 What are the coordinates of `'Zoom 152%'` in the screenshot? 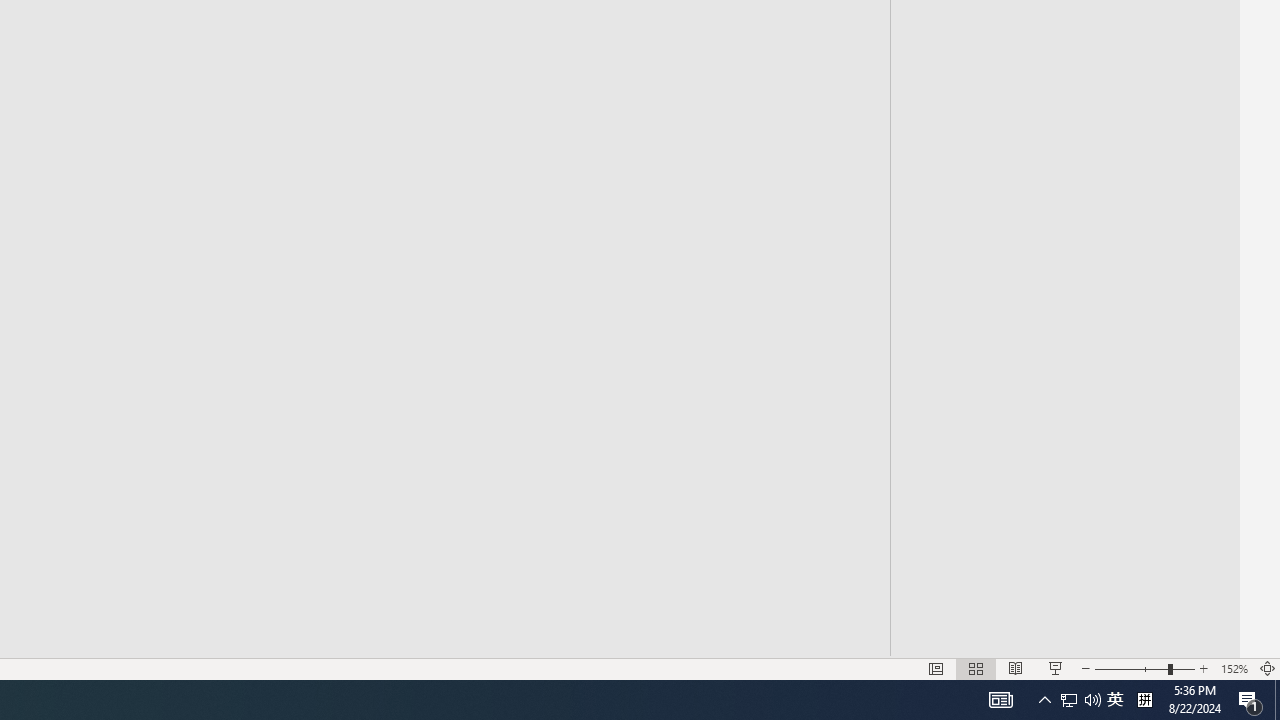 It's located at (1233, 669).